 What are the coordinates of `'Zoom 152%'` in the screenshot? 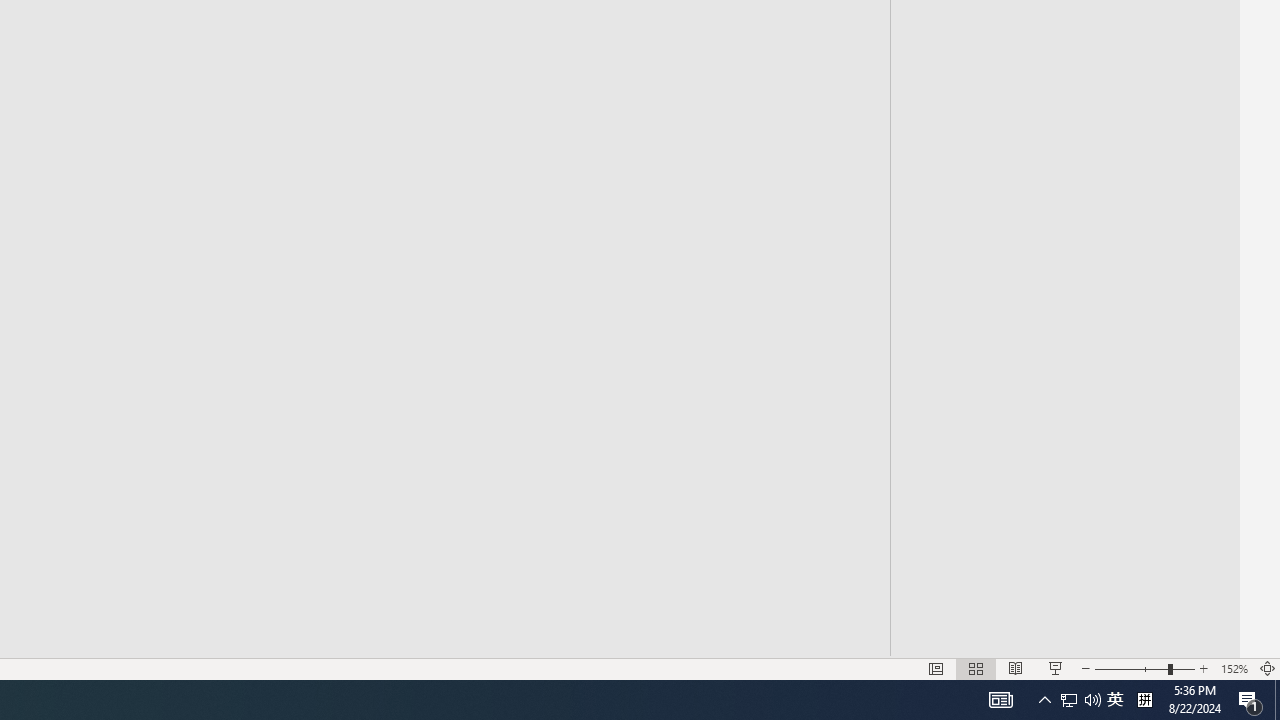 It's located at (1233, 669).